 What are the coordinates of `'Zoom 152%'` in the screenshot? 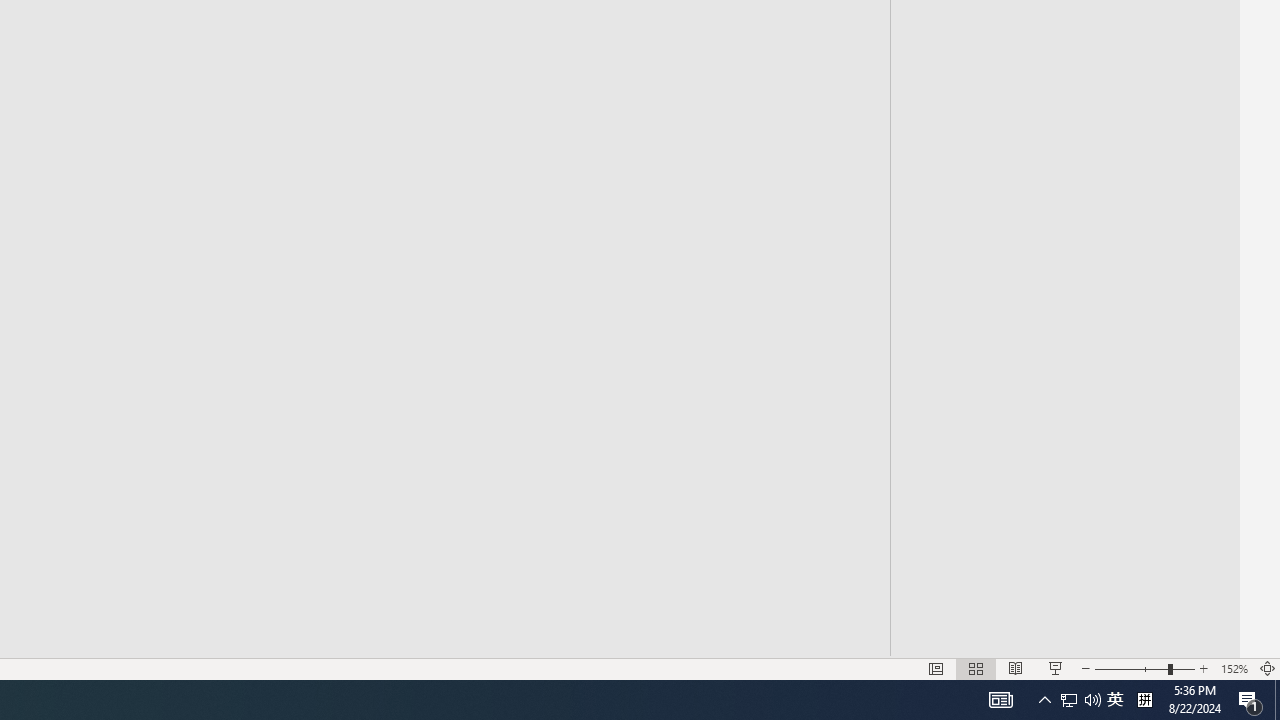 It's located at (1233, 669).